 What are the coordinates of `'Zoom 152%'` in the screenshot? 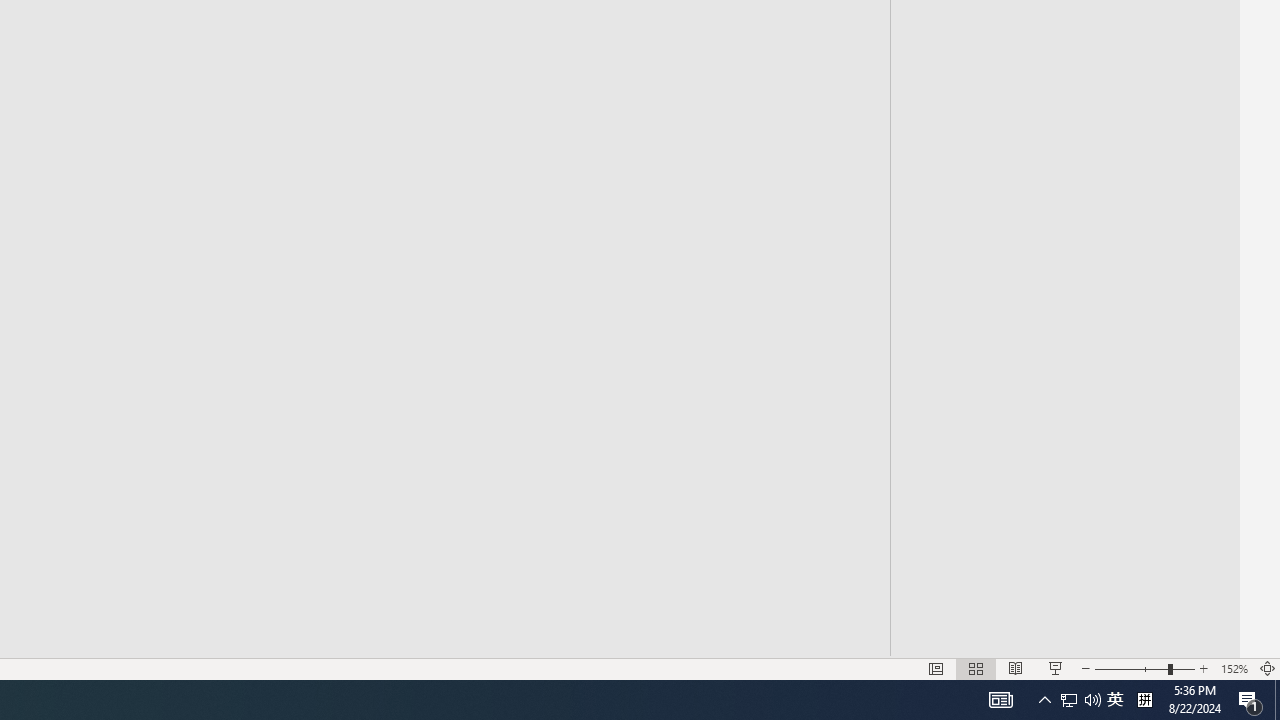 It's located at (1233, 669).